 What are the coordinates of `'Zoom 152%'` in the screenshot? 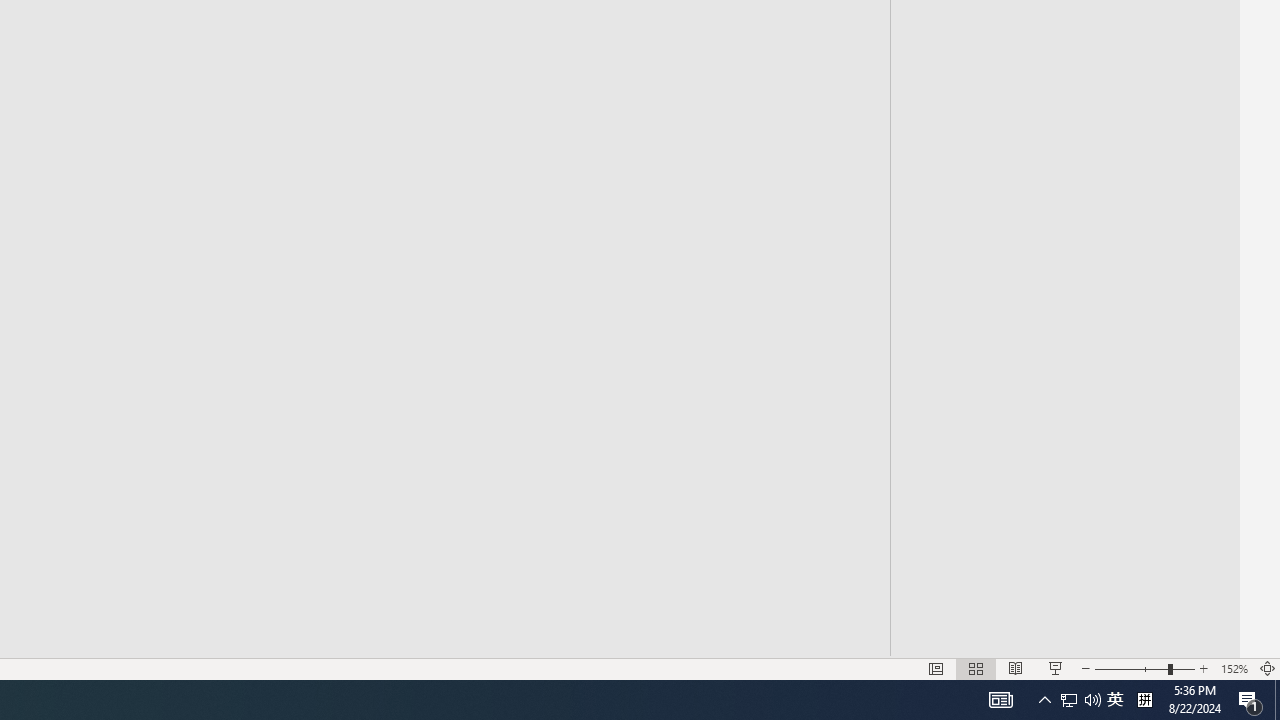 It's located at (1233, 669).